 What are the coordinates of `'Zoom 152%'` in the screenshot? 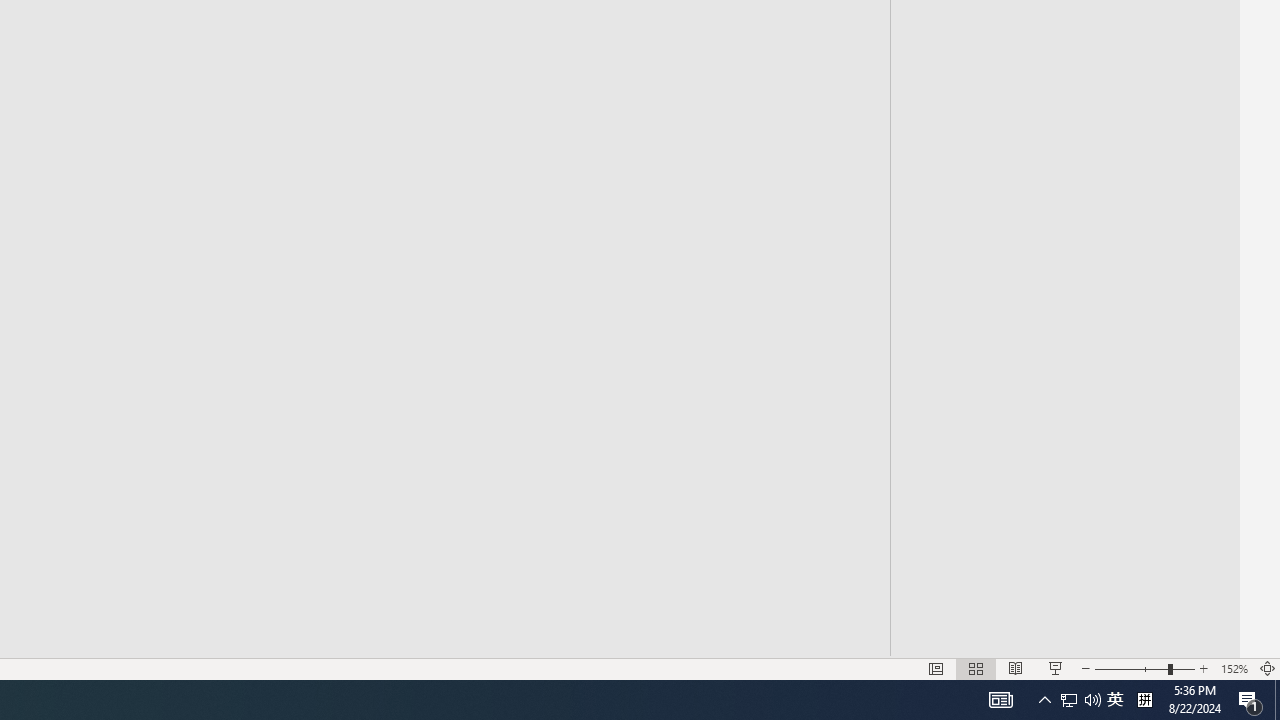 It's located at (1233, 669).